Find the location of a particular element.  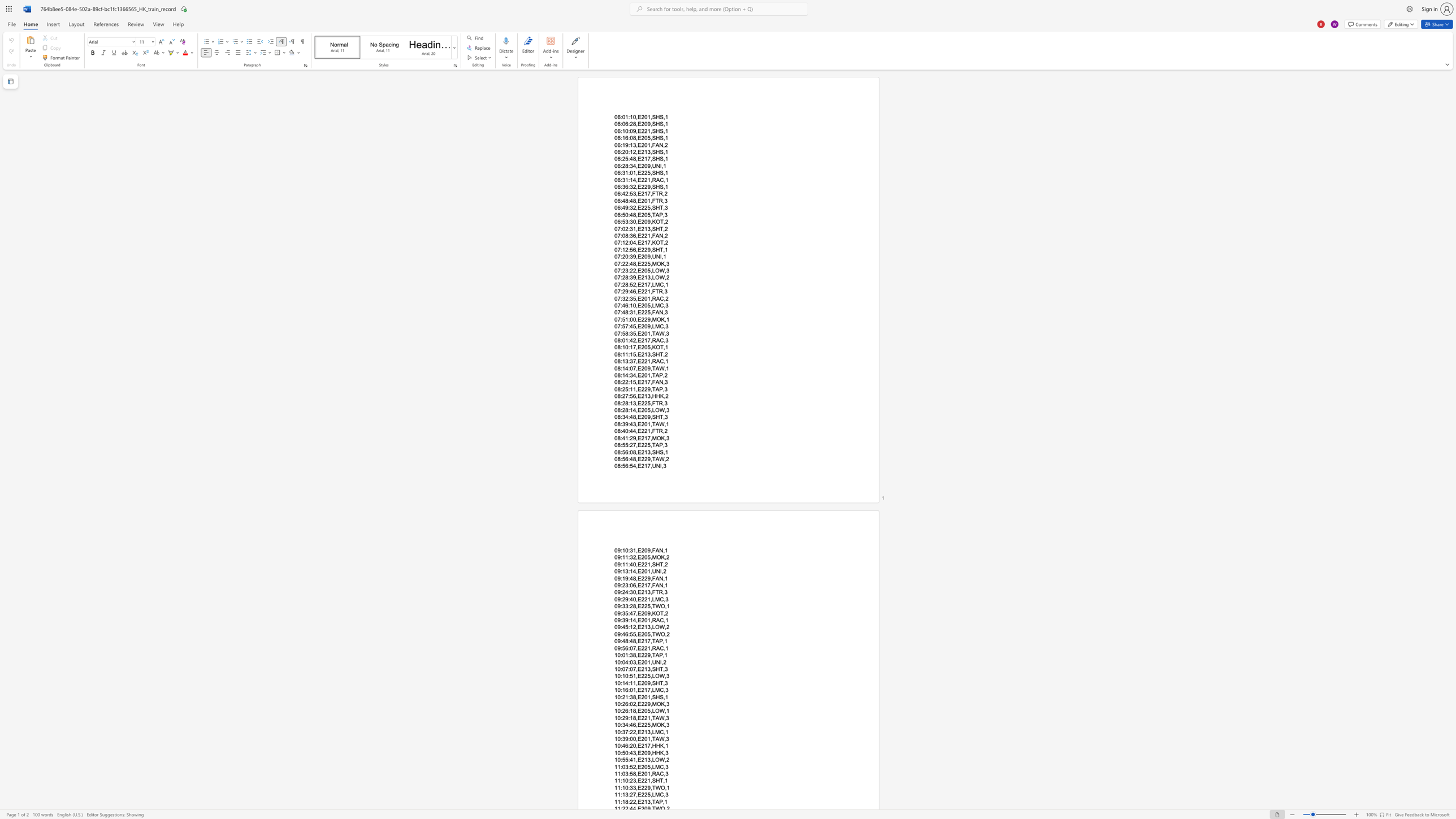

the space between the continuous character "1" and ":" in the text is located at coordinates (628, 354).